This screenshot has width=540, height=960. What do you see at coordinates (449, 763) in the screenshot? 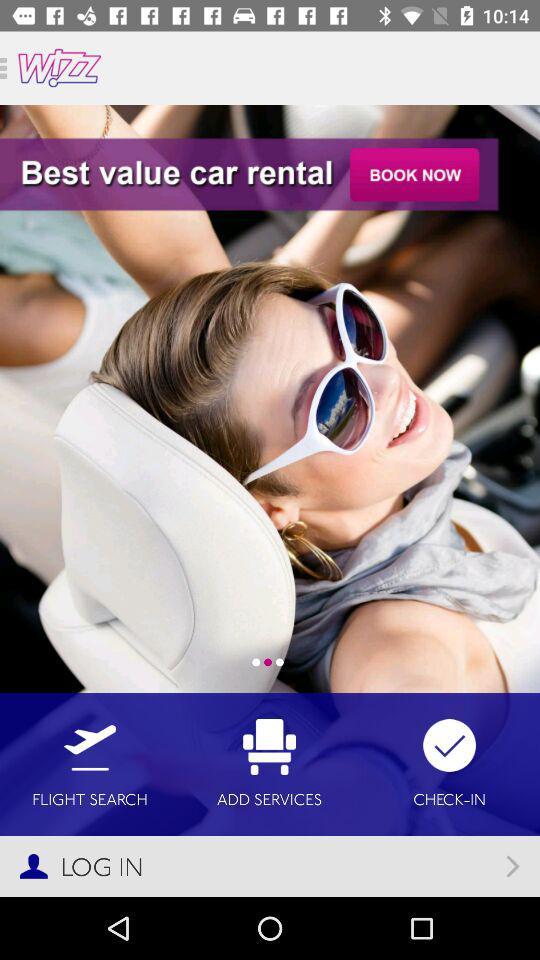
I see `the check-in` at bounding box center [449, 763].